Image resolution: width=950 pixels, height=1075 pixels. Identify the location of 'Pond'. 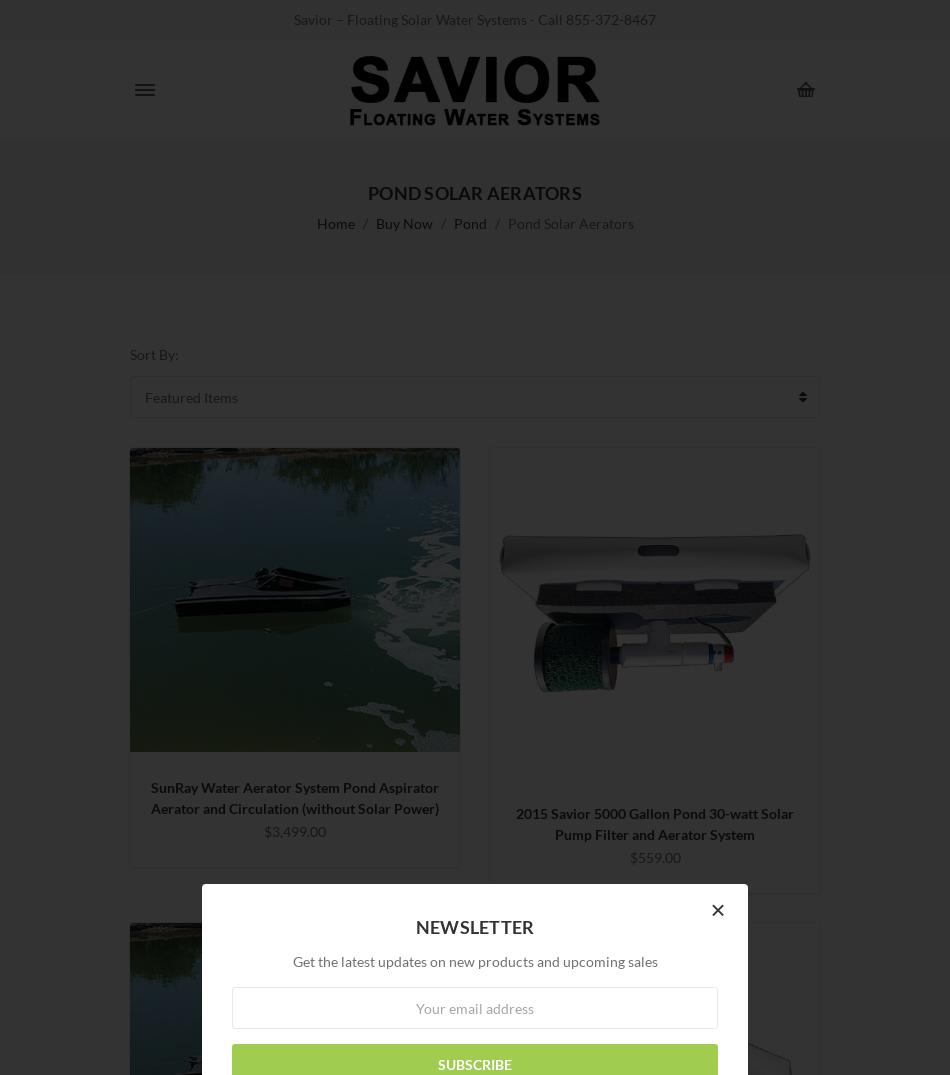
(451, 222).